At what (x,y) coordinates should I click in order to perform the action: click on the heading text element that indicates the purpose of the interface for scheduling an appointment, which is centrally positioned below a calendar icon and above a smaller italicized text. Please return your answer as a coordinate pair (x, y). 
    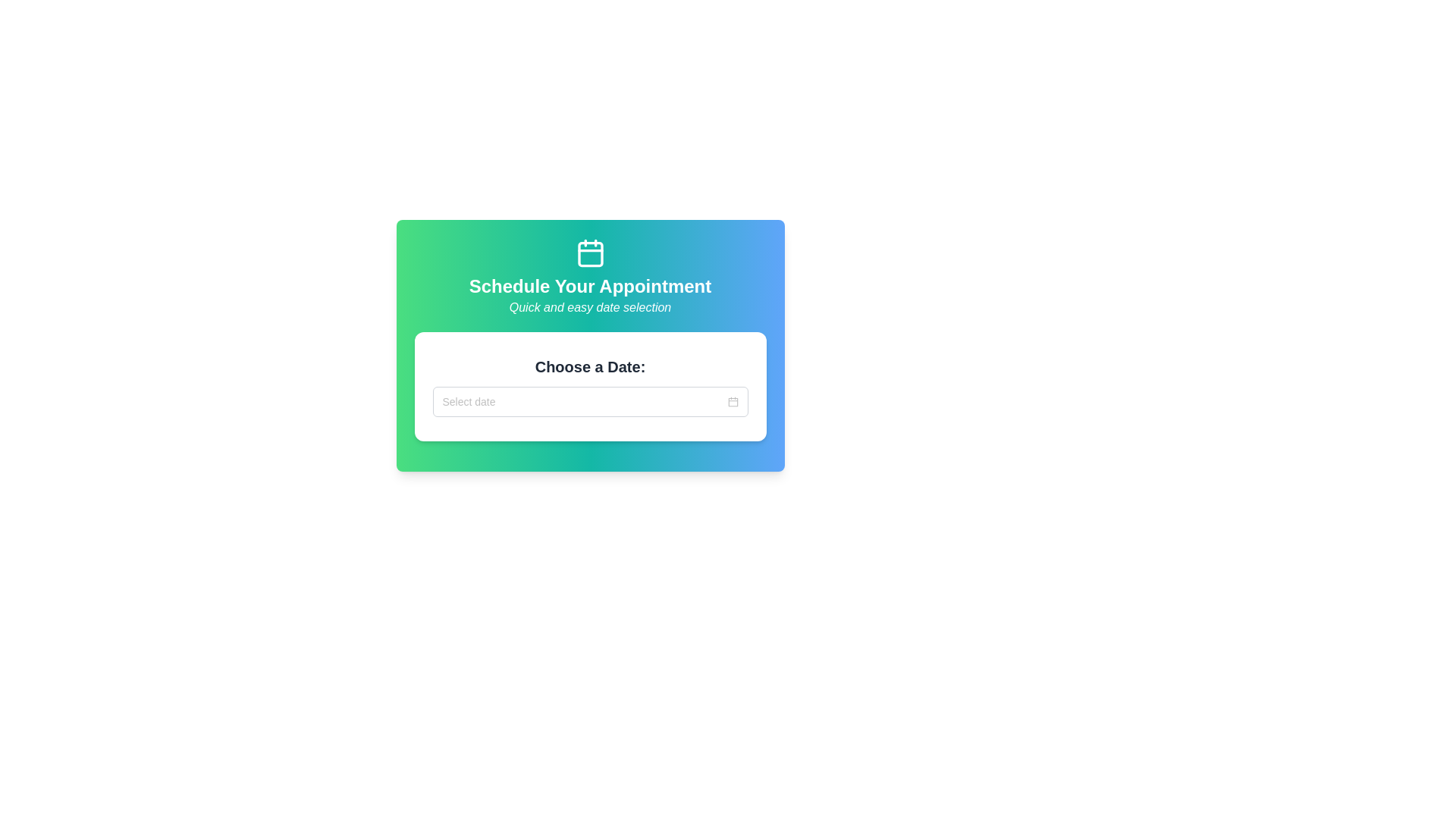
    Looking at the image, I should click on (589, 287).